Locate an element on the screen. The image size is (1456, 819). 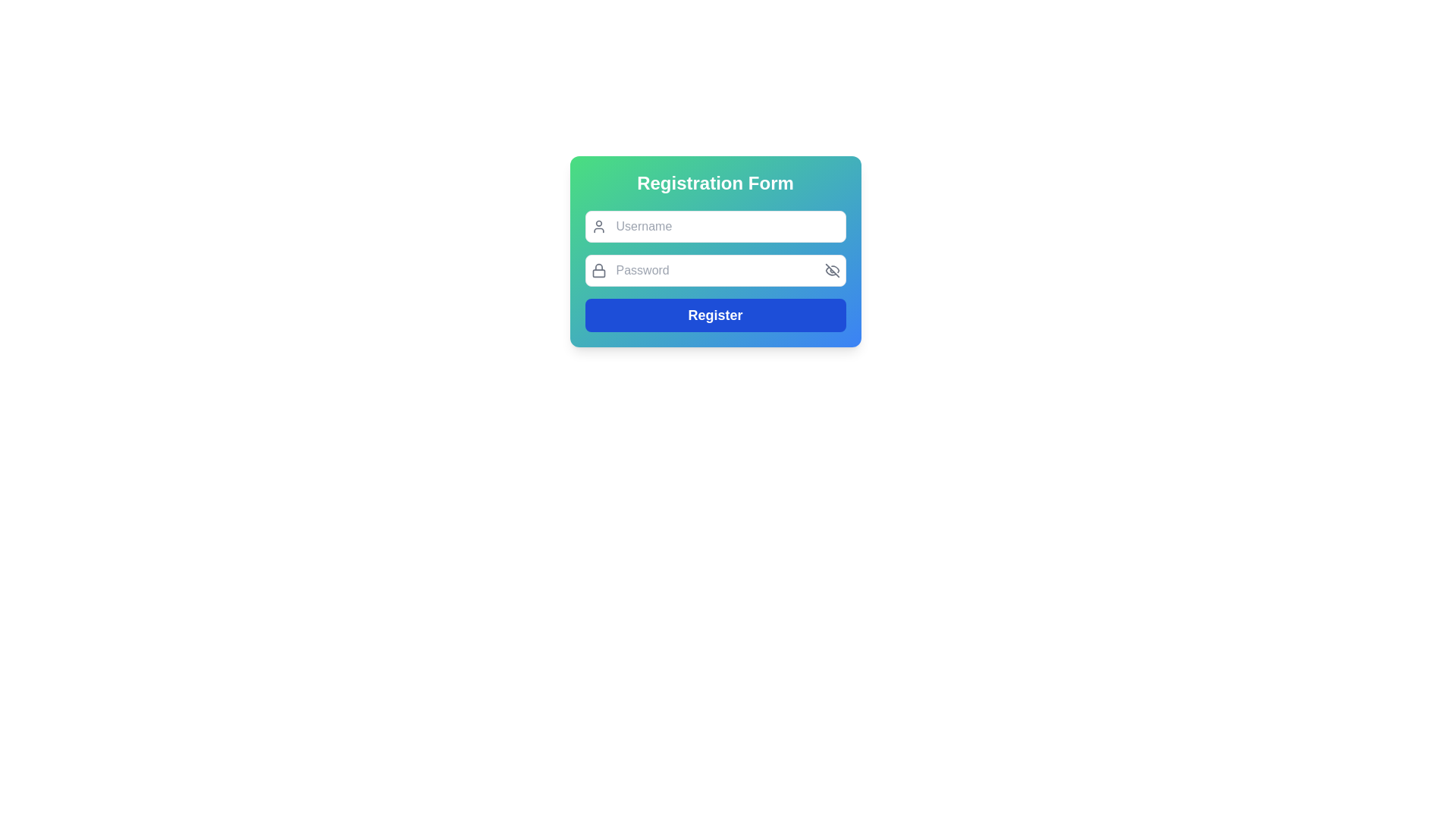
the strikethrough line segment of the eye-like icon representing the 'hide/show password' function to potentially display tooltips is located at coordinates (831, 270).